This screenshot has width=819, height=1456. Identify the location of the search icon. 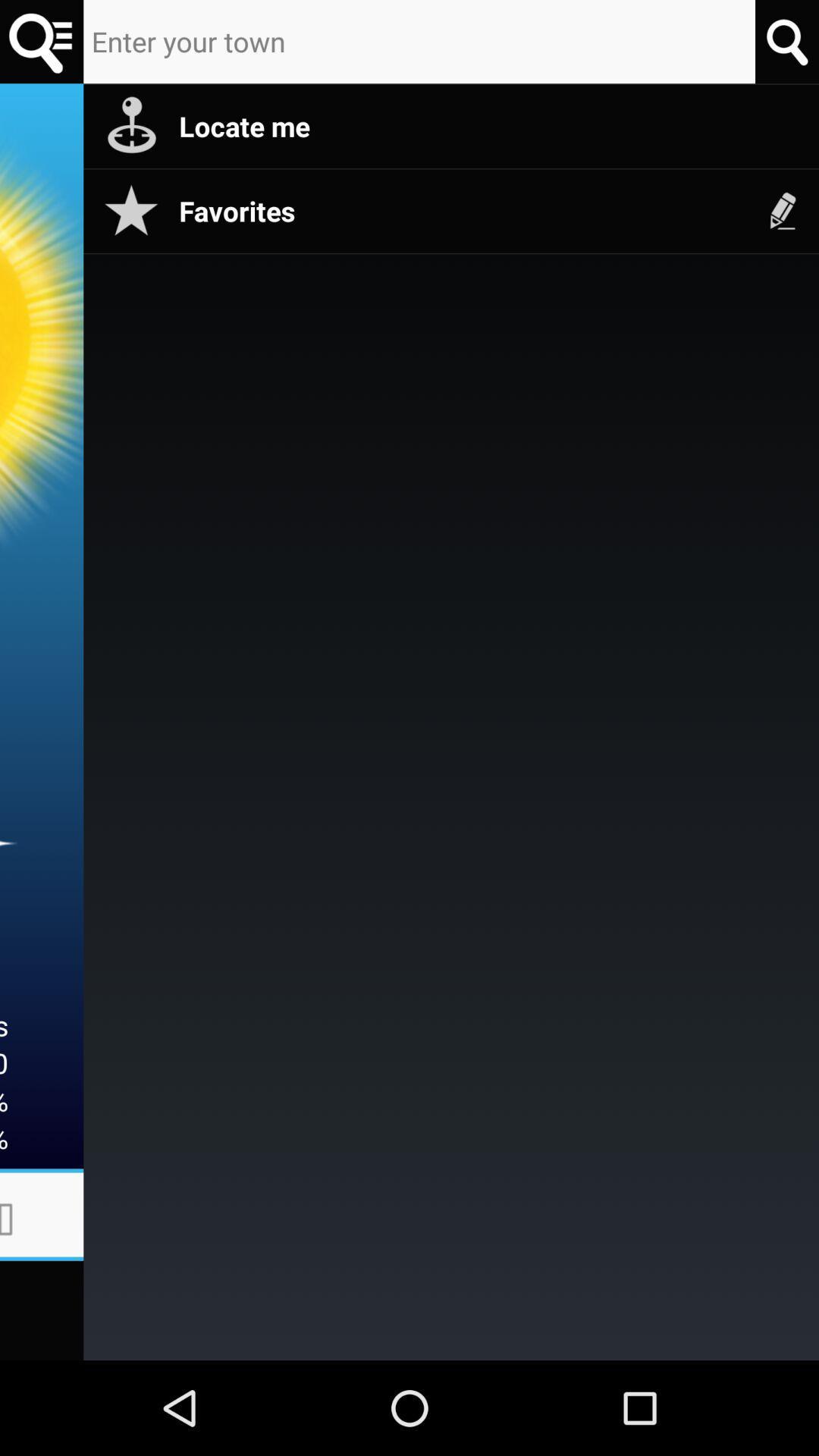
(786, 41).